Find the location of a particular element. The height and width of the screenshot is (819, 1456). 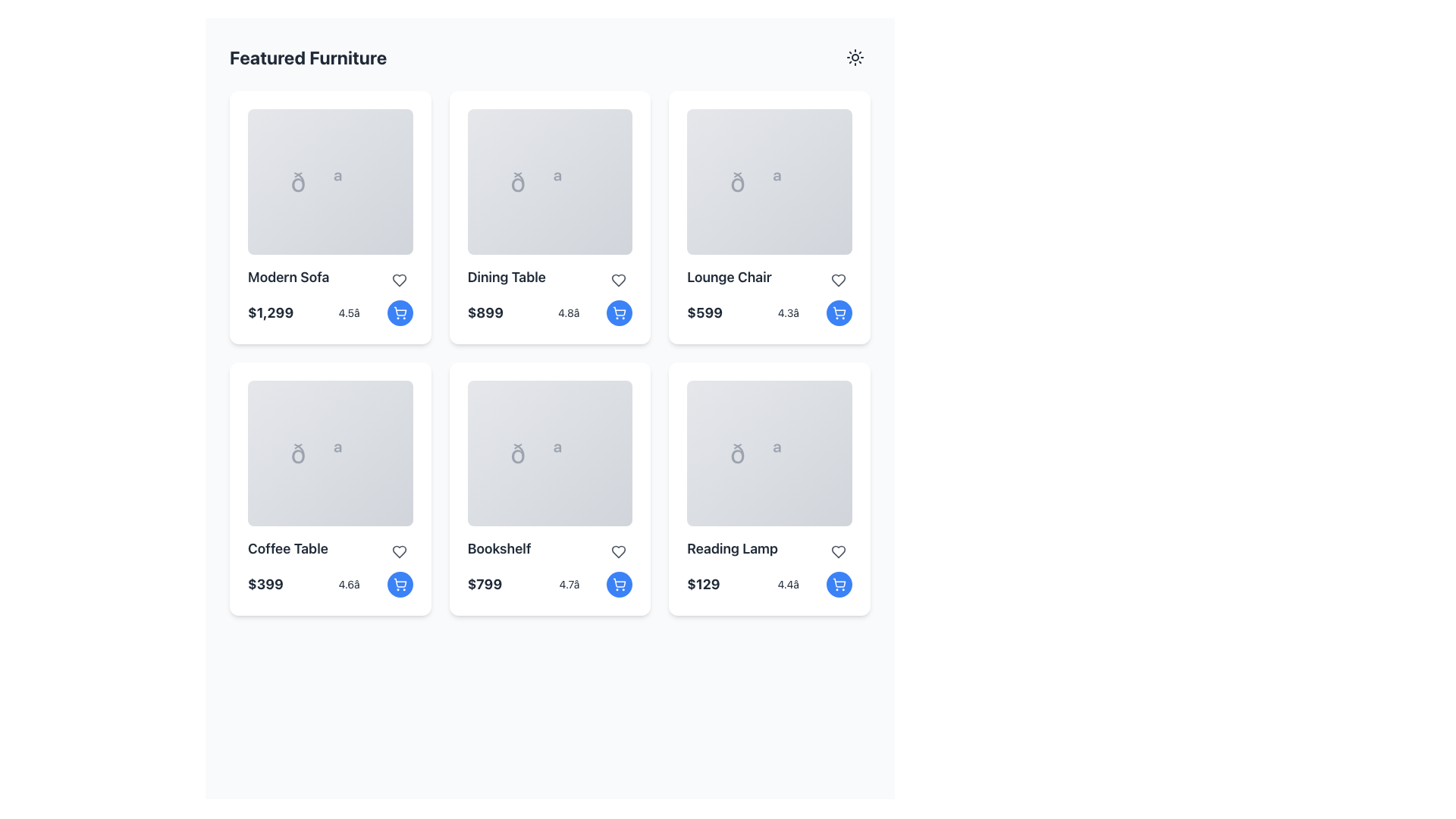

the image placeholder icon for the 'Reading Lamp' product, located at the center of the card in the bottom right section of the featured furniture grid layout is located at coordinates (770, 452).